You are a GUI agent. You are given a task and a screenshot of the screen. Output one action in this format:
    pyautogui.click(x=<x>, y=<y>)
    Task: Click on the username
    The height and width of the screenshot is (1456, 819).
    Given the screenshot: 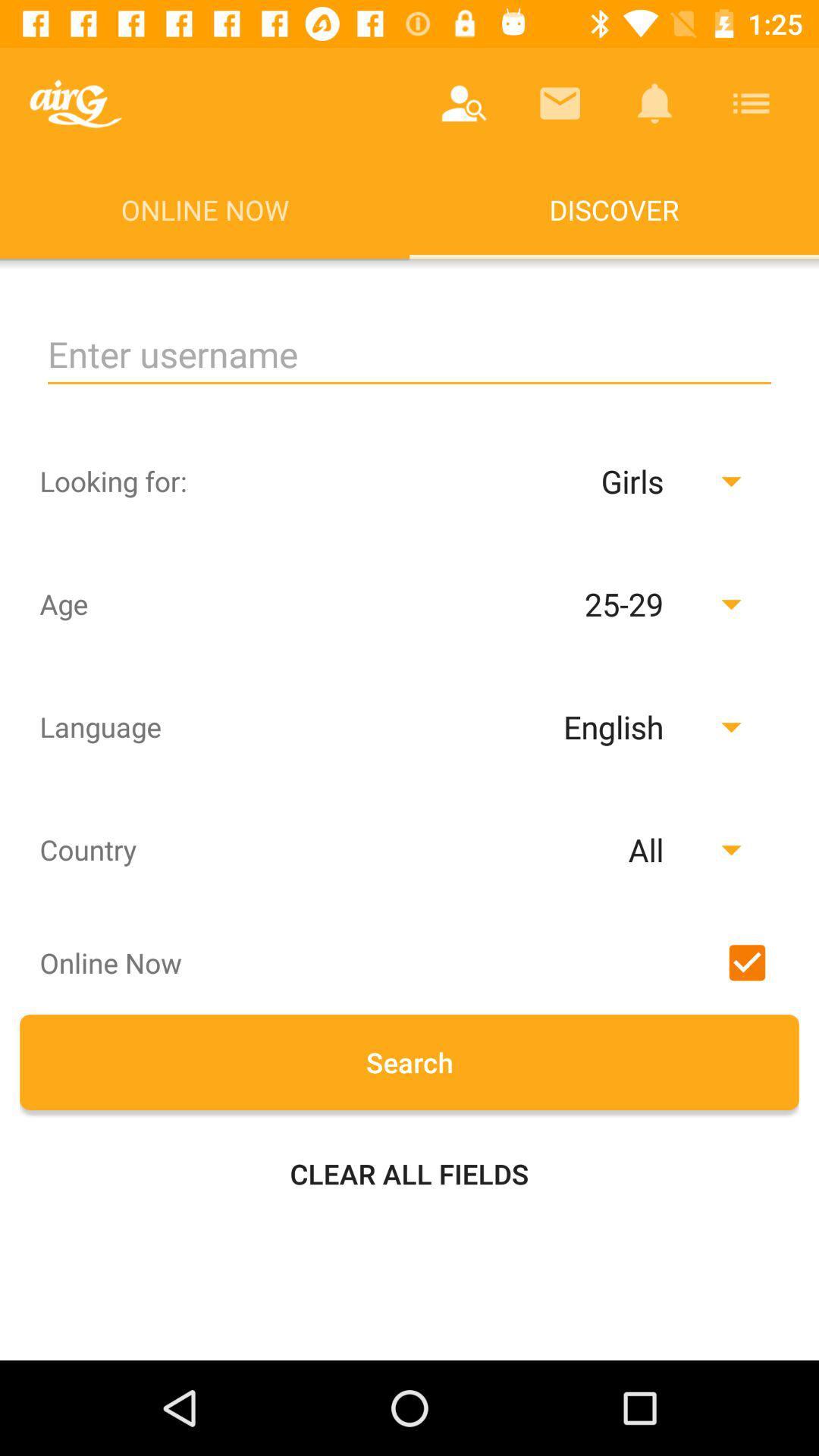 What is the action you would take?
    pyautogui.click(x=409, y=353)
    